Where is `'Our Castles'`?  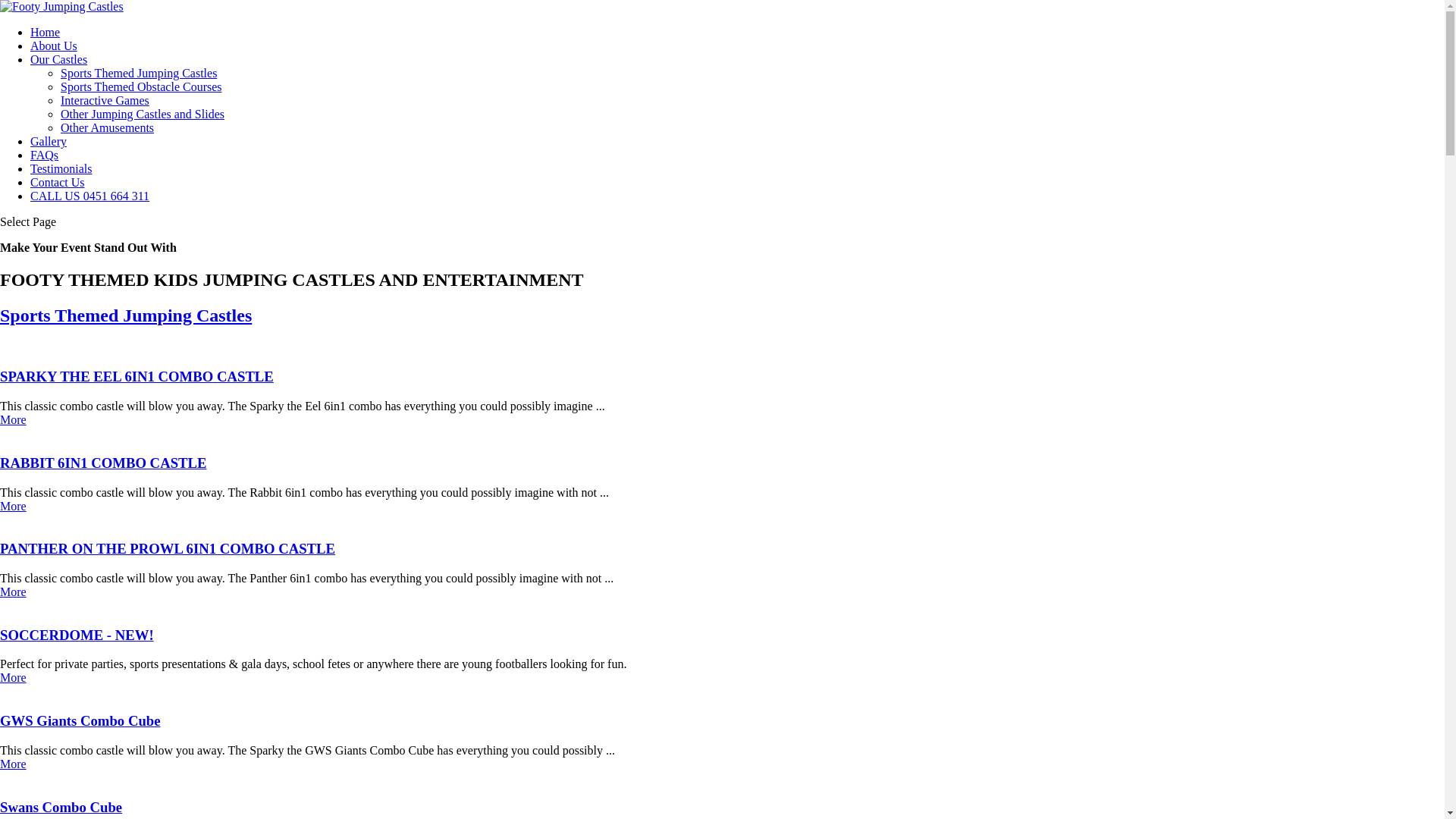
'Our Castles' is located at coordinates (58, 58).